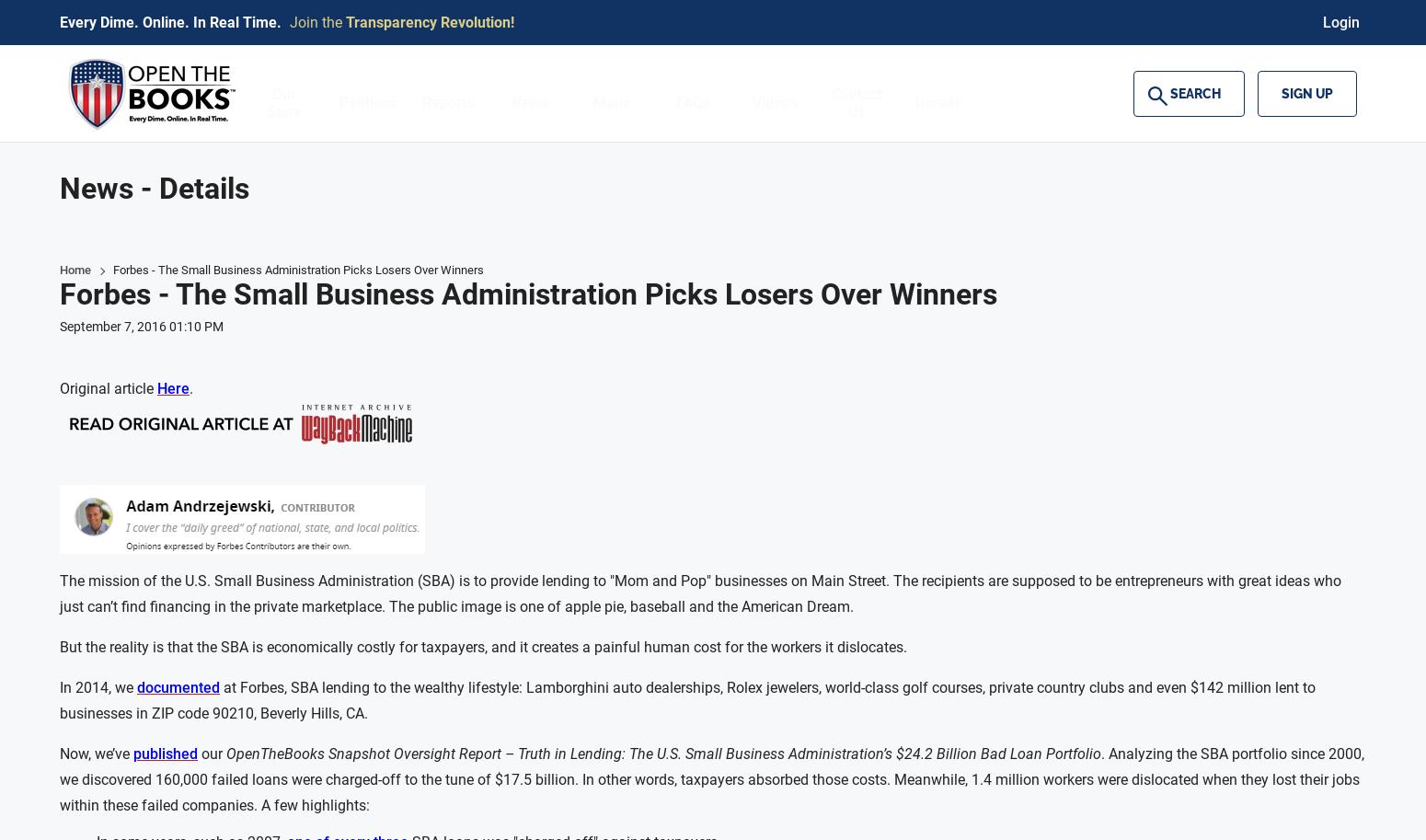 The width and height of the screenshot is (1426, 840). I want to click on 'Home', so click(75, 268).